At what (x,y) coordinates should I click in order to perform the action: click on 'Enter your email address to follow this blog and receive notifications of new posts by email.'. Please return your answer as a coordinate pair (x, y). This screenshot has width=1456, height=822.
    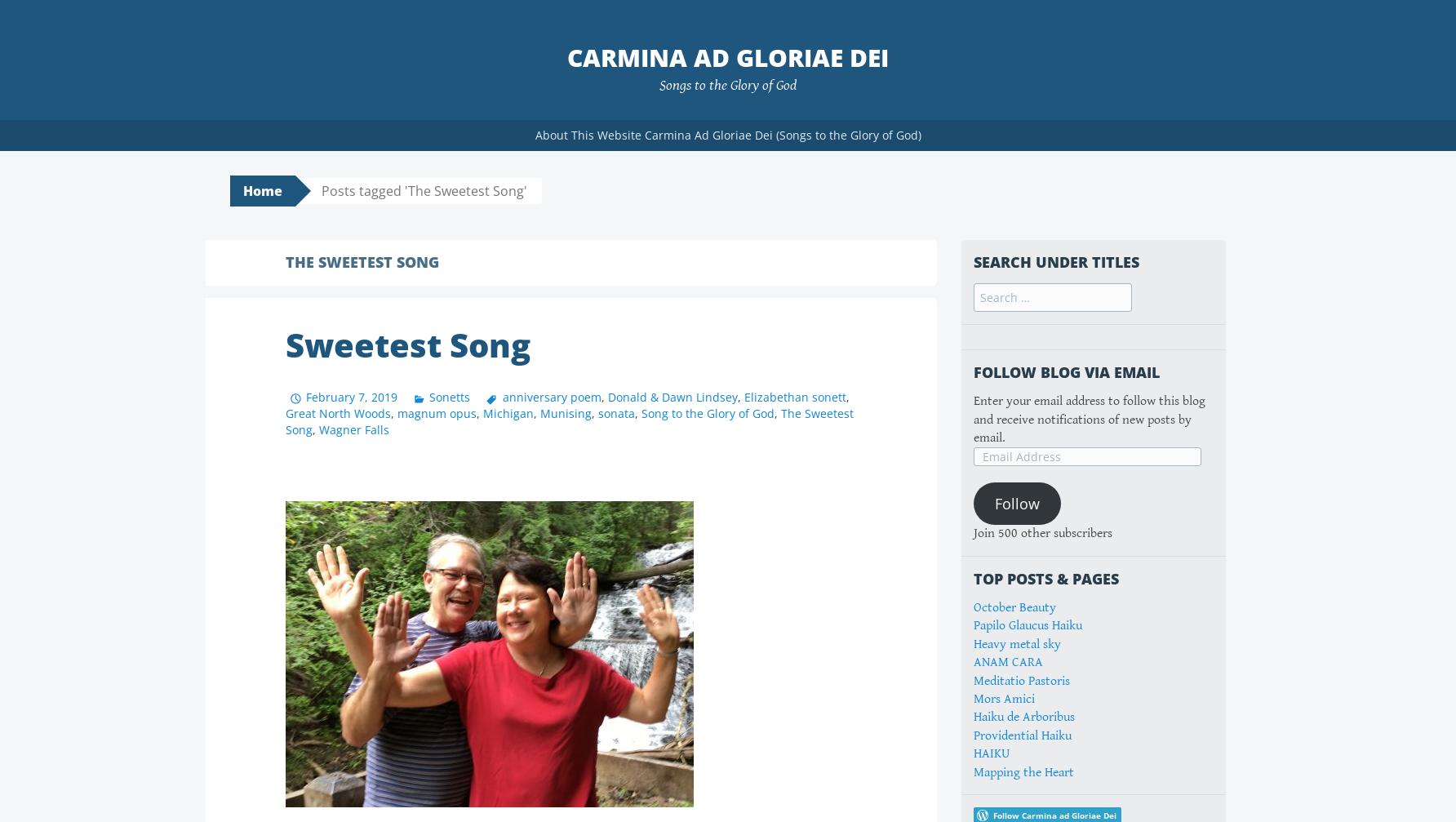
    Looking at the image, I should click on (1088, 418).